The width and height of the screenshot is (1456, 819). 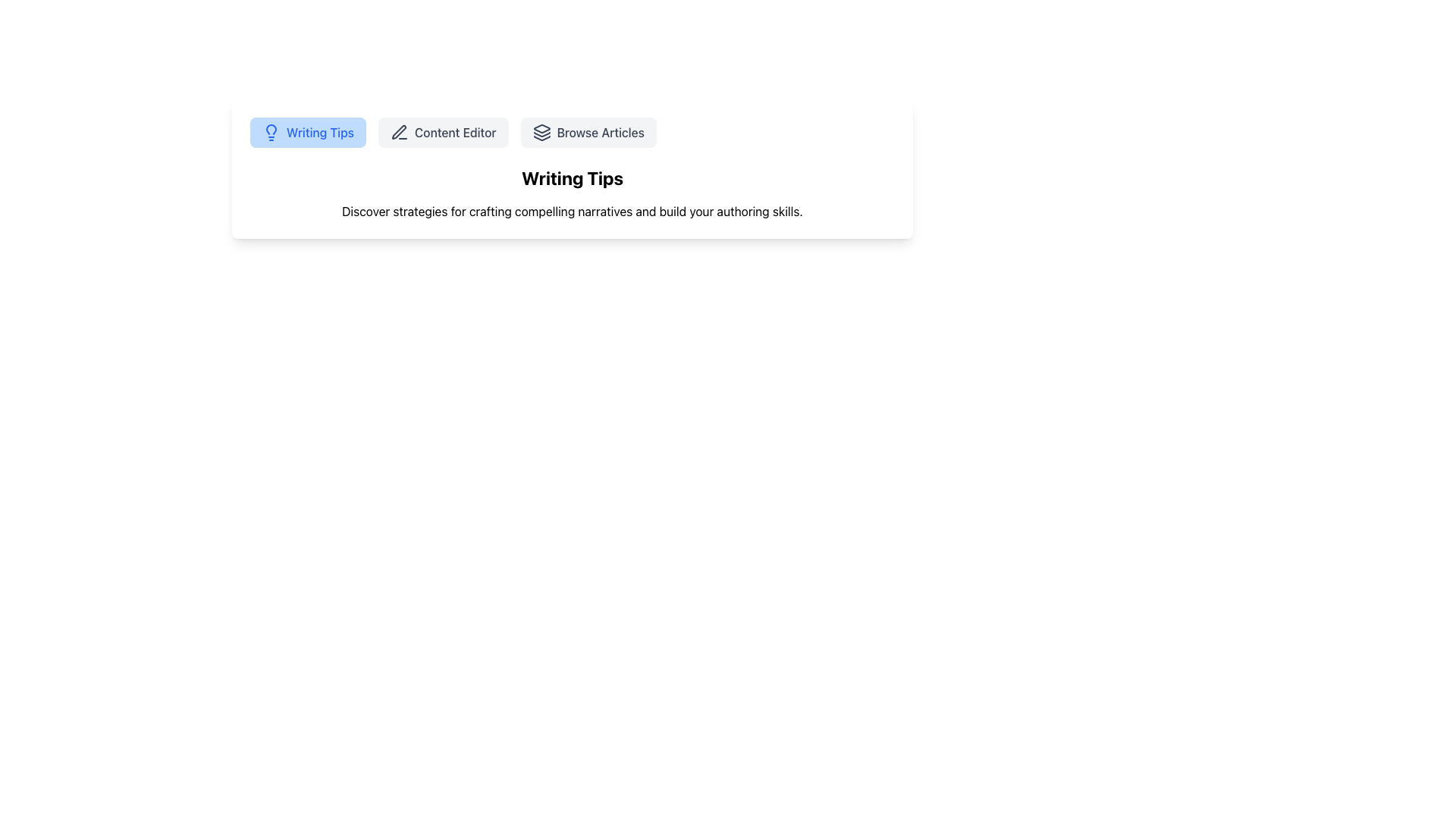 What do you see at coordinates (319, 131) in the screenshot?
I see `text content of the 'Writing Tips' label located on the right side of the SVG lightbulb icon within an interactive button` at bounding box center [319, 131].